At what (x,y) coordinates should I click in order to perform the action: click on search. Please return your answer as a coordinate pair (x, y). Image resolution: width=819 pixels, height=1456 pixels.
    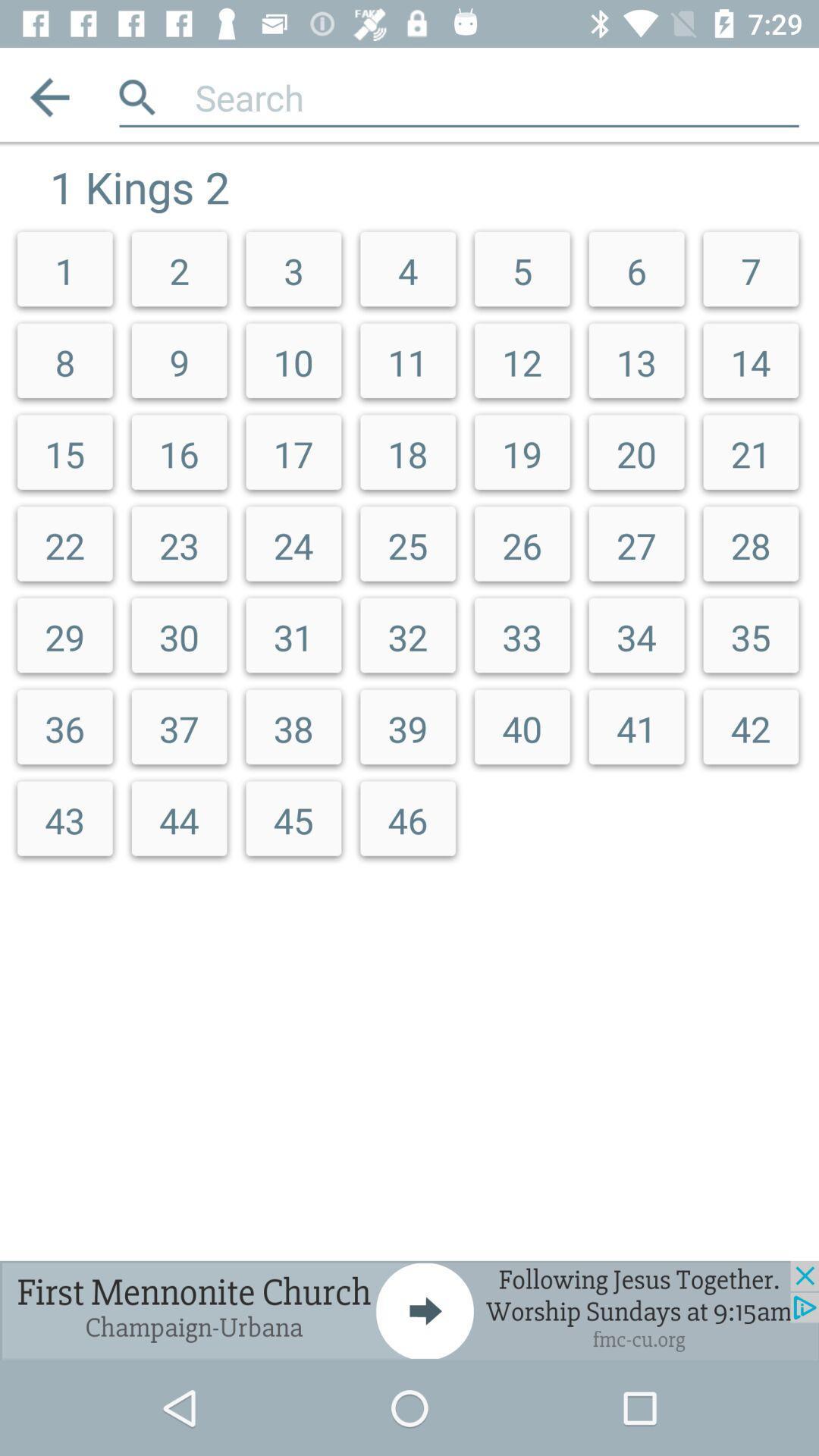
    Looking at the image, I should click on (497, 96).